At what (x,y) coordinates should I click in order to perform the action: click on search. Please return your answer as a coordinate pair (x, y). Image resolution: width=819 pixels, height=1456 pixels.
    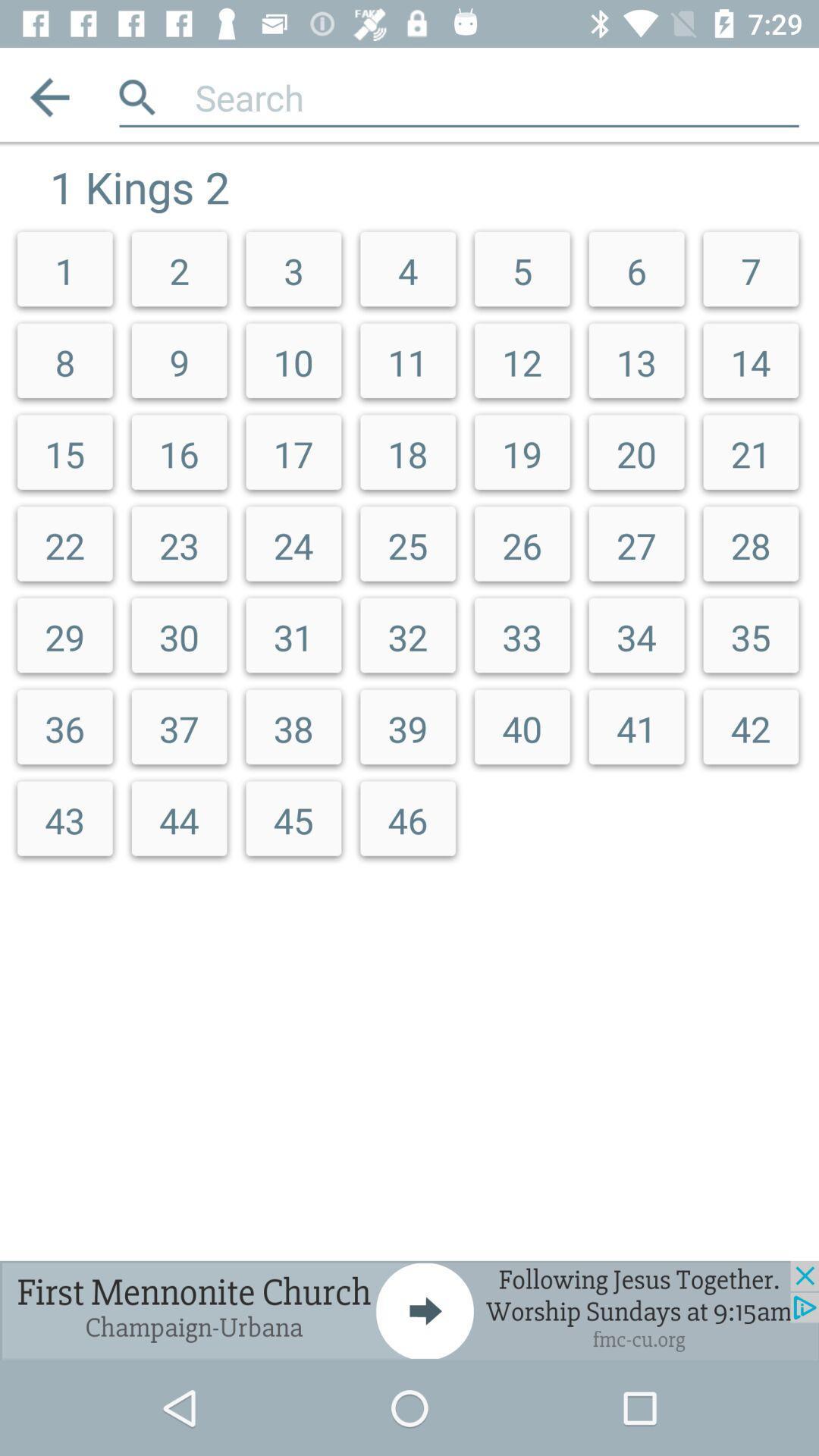
    Looking at the image, I should click on (497, 96).